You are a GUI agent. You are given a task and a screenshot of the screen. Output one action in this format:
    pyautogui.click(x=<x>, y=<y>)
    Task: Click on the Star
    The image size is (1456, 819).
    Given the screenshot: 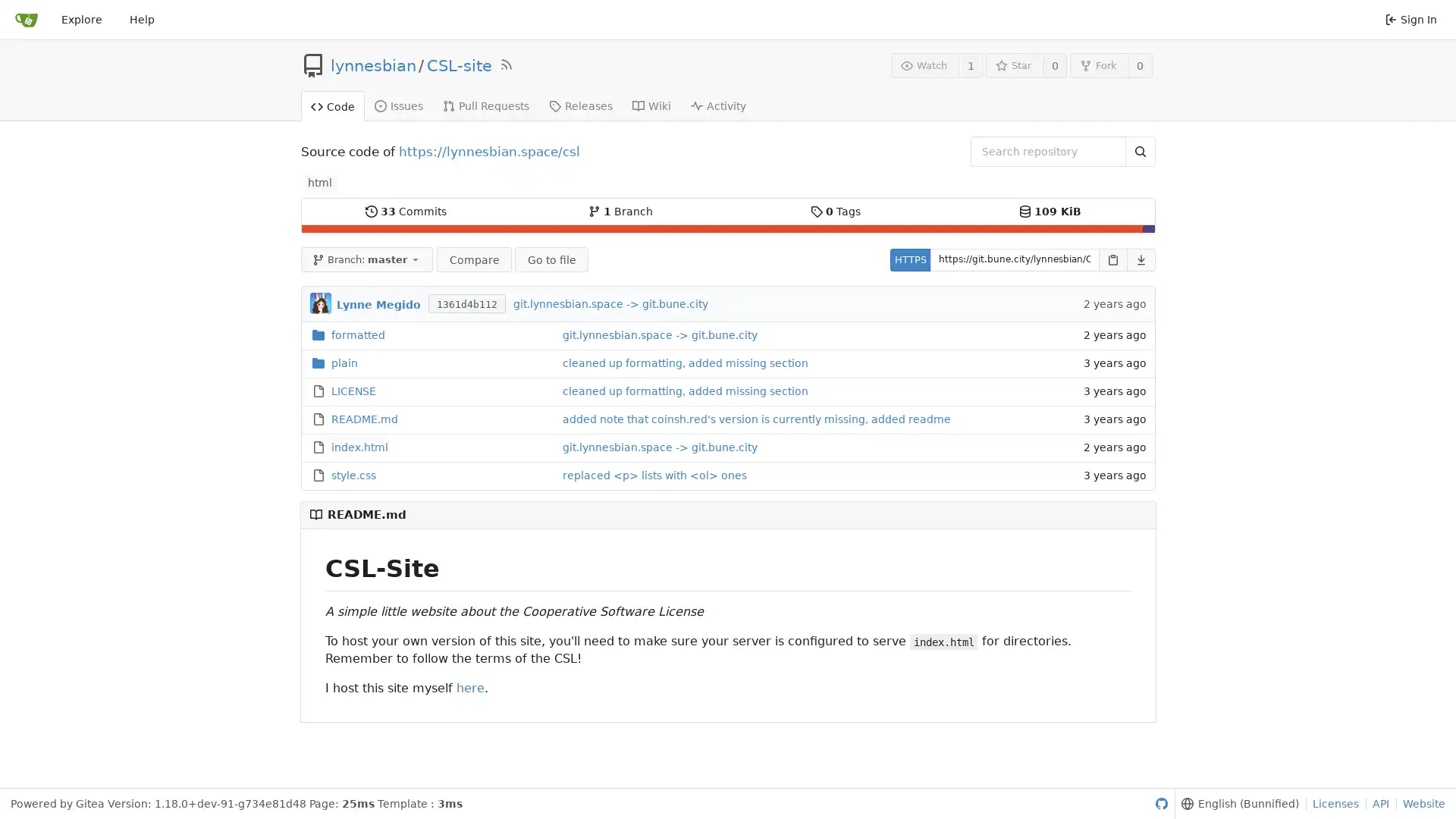 What is the action you would take?
    pyautogui.click(x=1014, y=64)
    